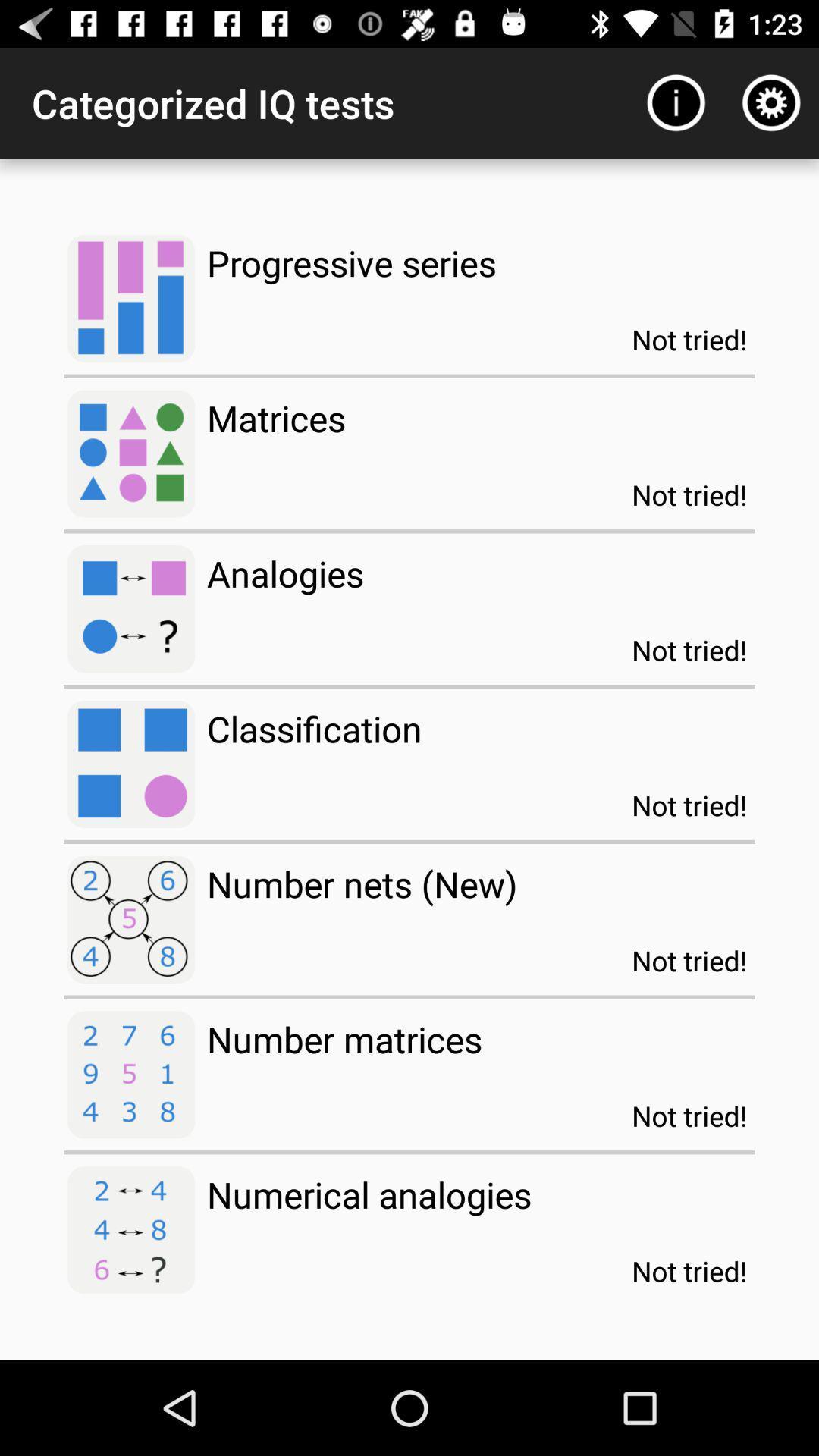 This screenshot has width=819, height=1456. Describe the element at coordinates (362, 883) in the screenshot. I see `the number nets (new) item` at that location.